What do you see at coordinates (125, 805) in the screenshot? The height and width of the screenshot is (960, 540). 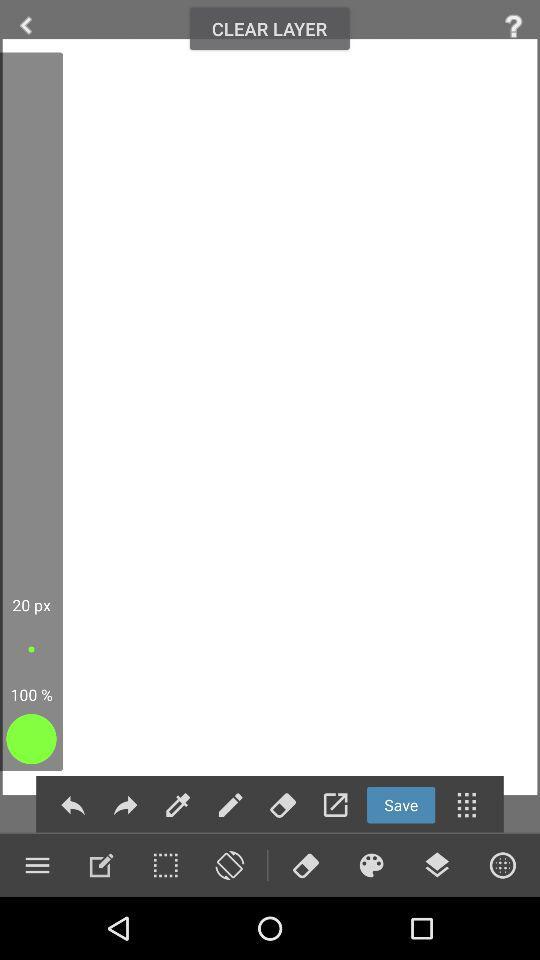 I see `forver` at bounding box center [125, 805].